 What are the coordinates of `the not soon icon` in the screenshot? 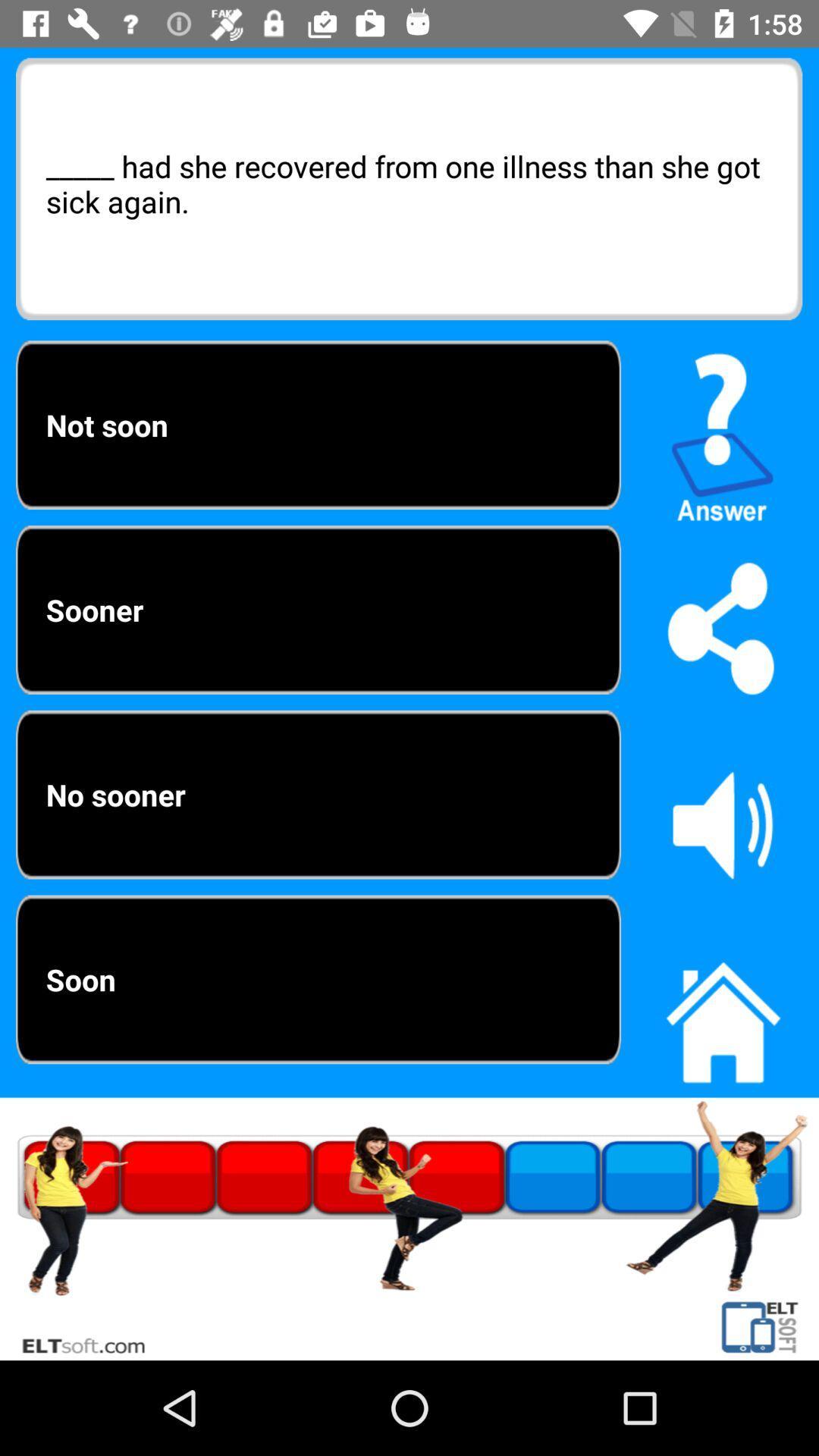 It's located at (318, 425).